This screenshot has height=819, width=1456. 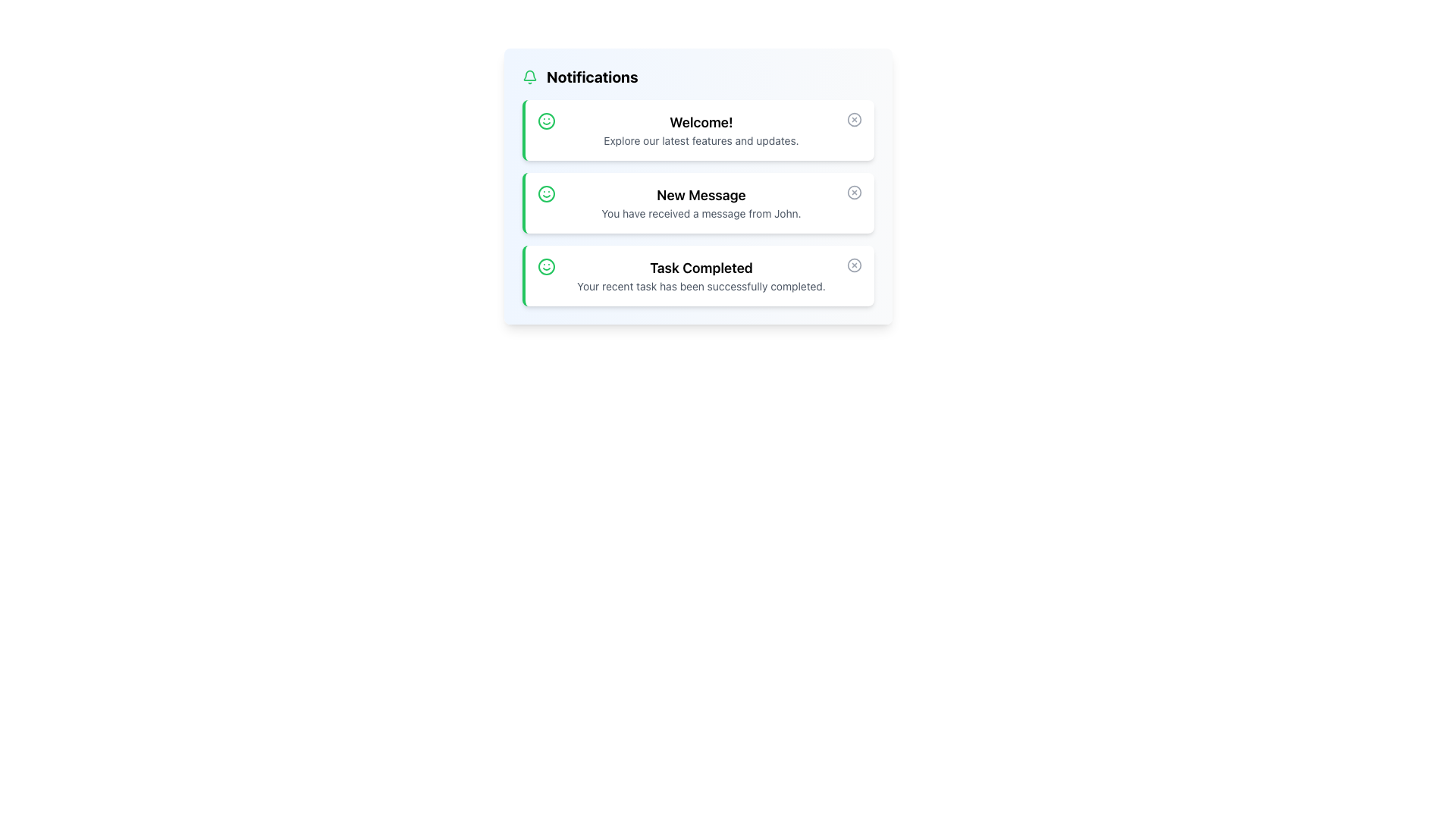 What do you see at coordinates (591, 77) in the screenshot?
I see `the text label that serves as a title for the notifications section, located on the top-left side of the interface next to a bell icon` at bounding box center [591, 77].